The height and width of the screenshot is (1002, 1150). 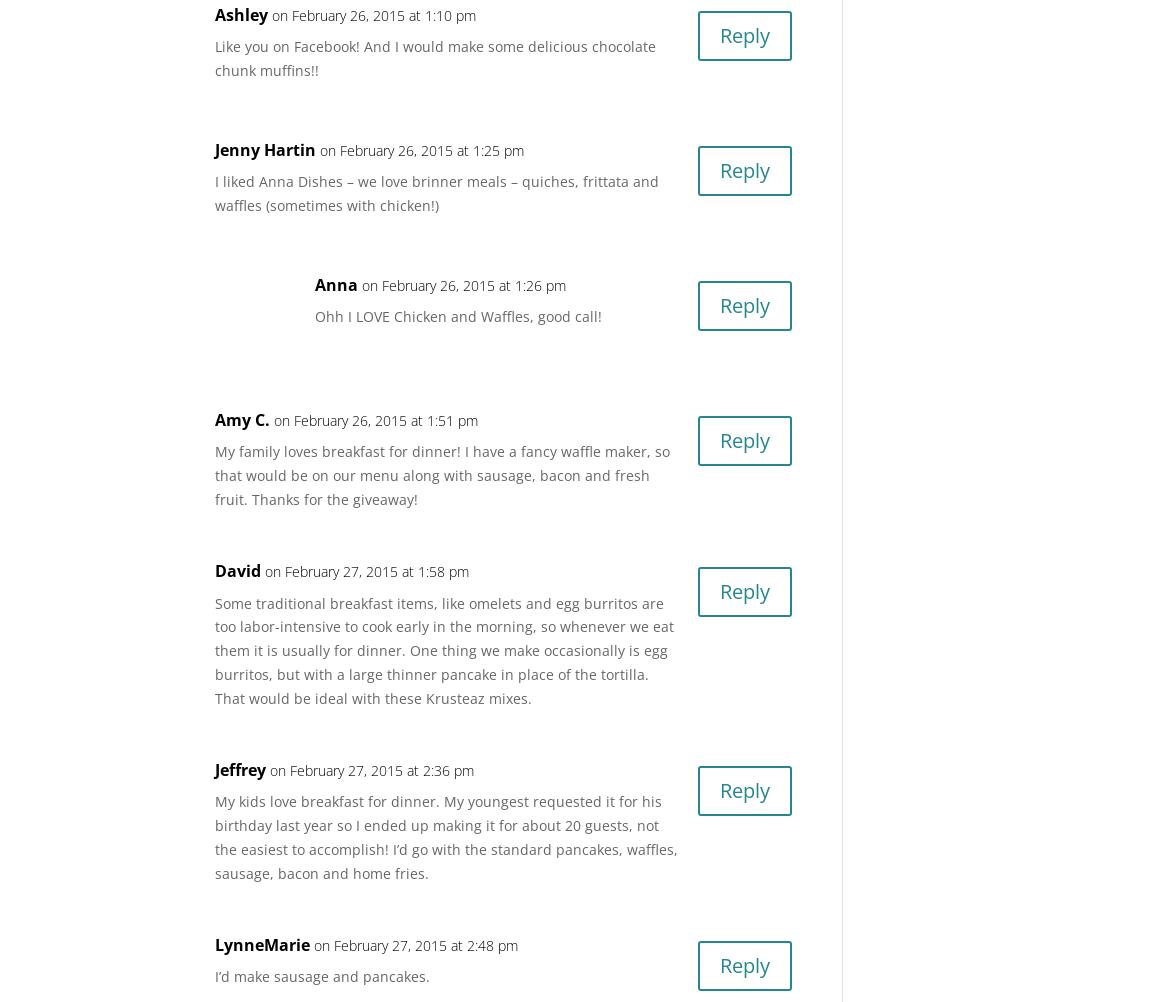 What do you see at coordinates (458, 315) in the screenshot?
I see `'Ohh I LOVE Chicken and Waffles, good call!'` at bounding box center [458, 315].